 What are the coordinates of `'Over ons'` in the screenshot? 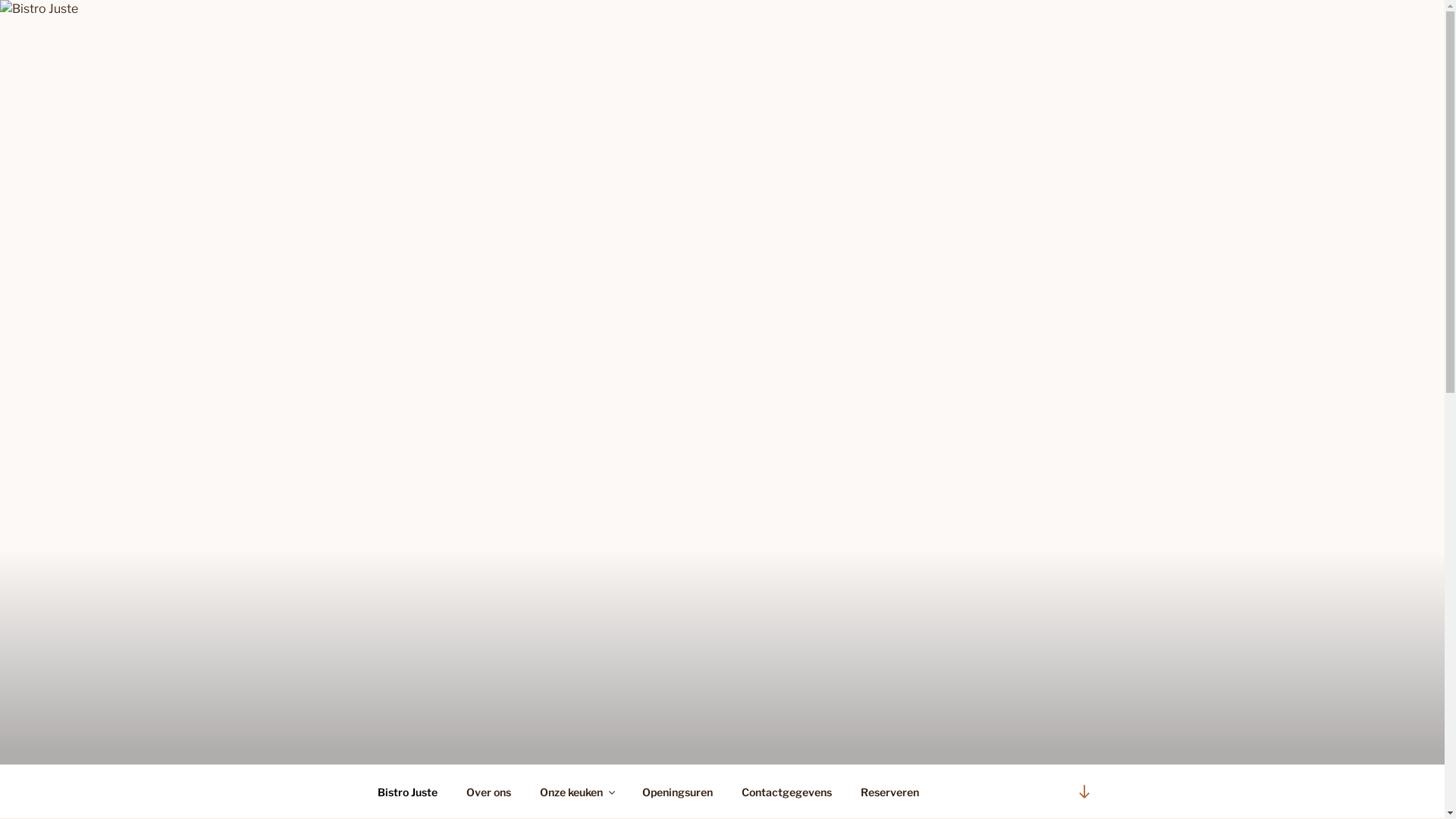 It's located at (488, 791).